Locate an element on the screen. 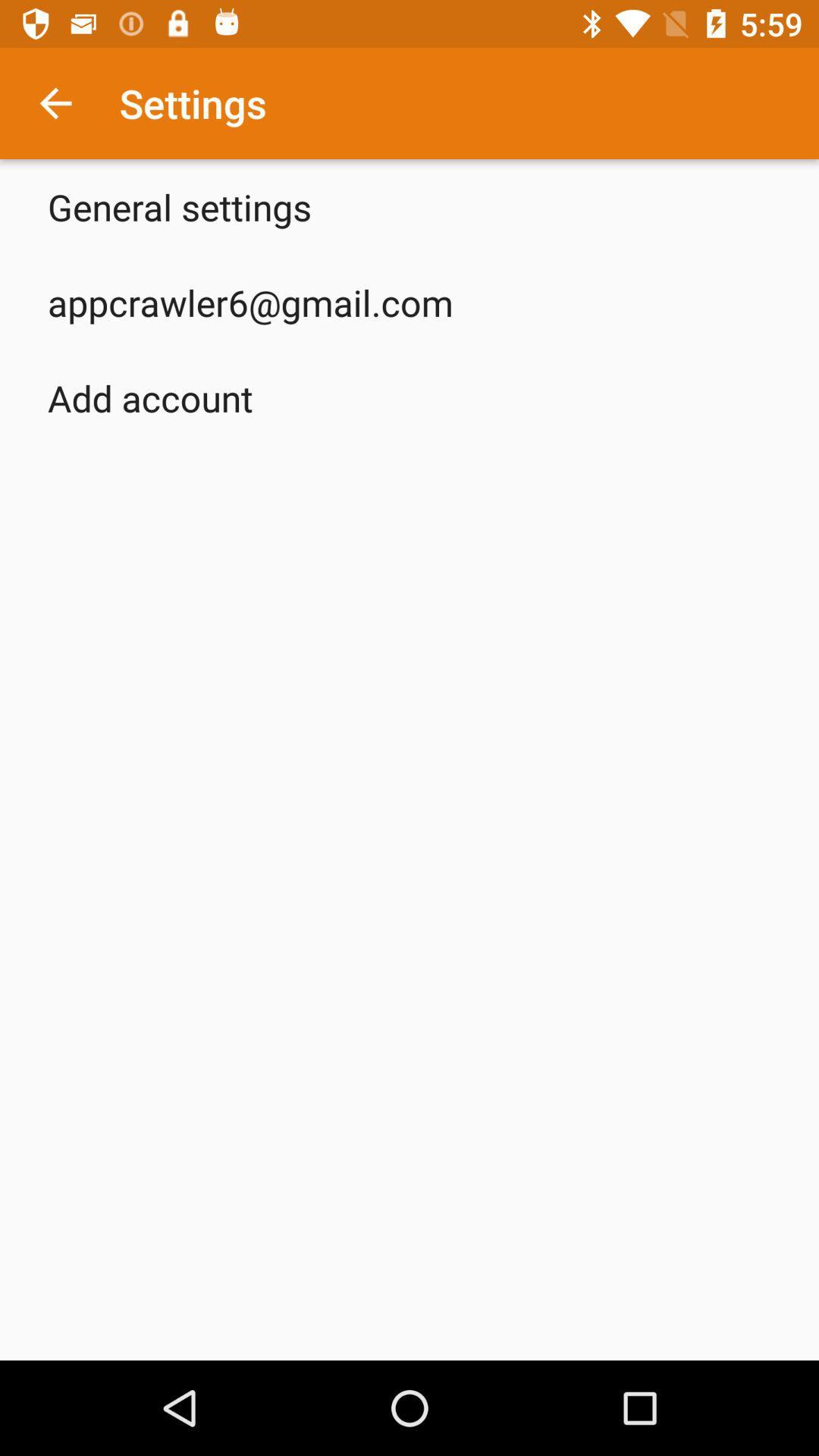 Image resolution: width=819 pixels, height=1456 pixels. the add account icon is located at coordinates (150, 397).